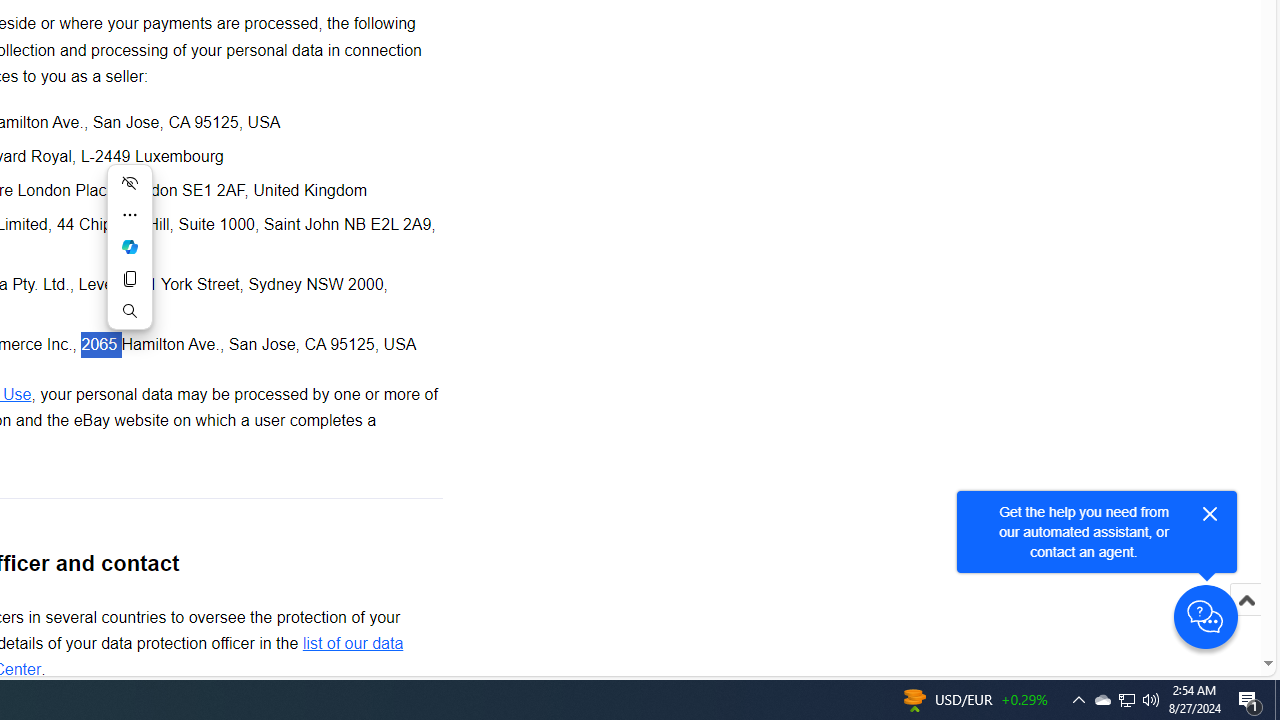  I want to click on 'Hide menu', so click(128, 182).